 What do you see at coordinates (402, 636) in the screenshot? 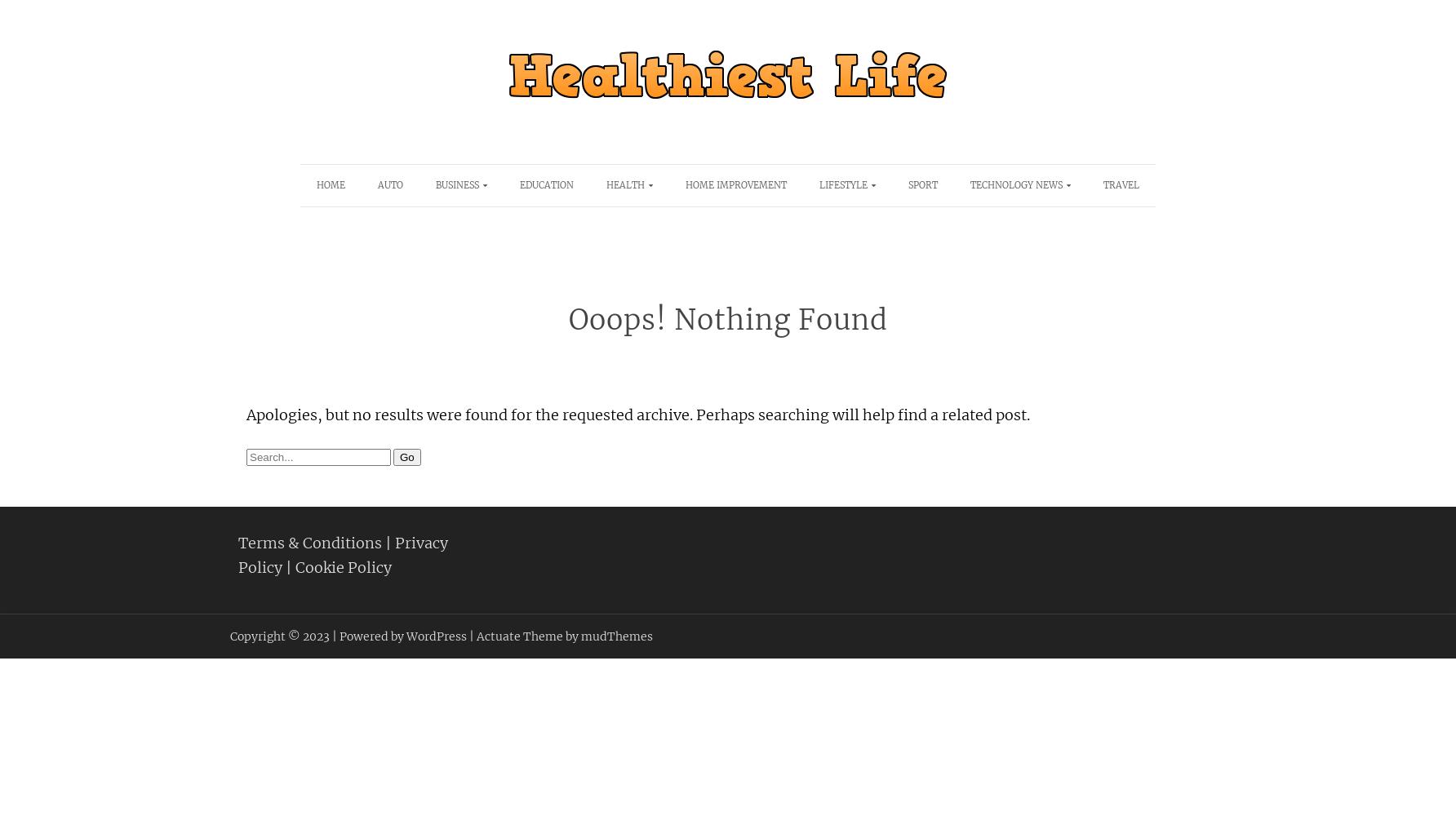
I see `'Powered by WordPress'` at bounding box center [402, 636].